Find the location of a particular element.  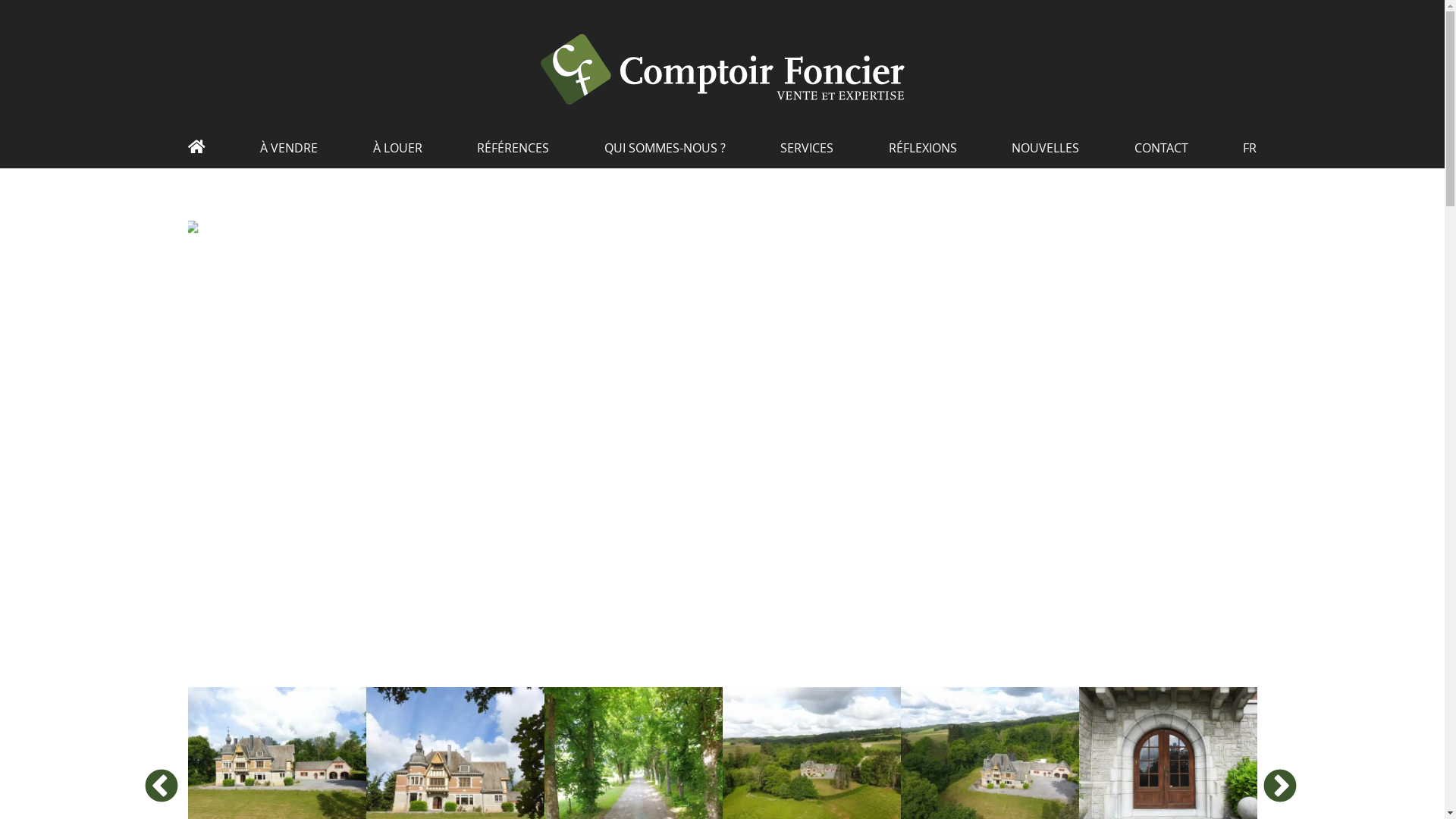

'FR' is located at coordinates (1249, 153).